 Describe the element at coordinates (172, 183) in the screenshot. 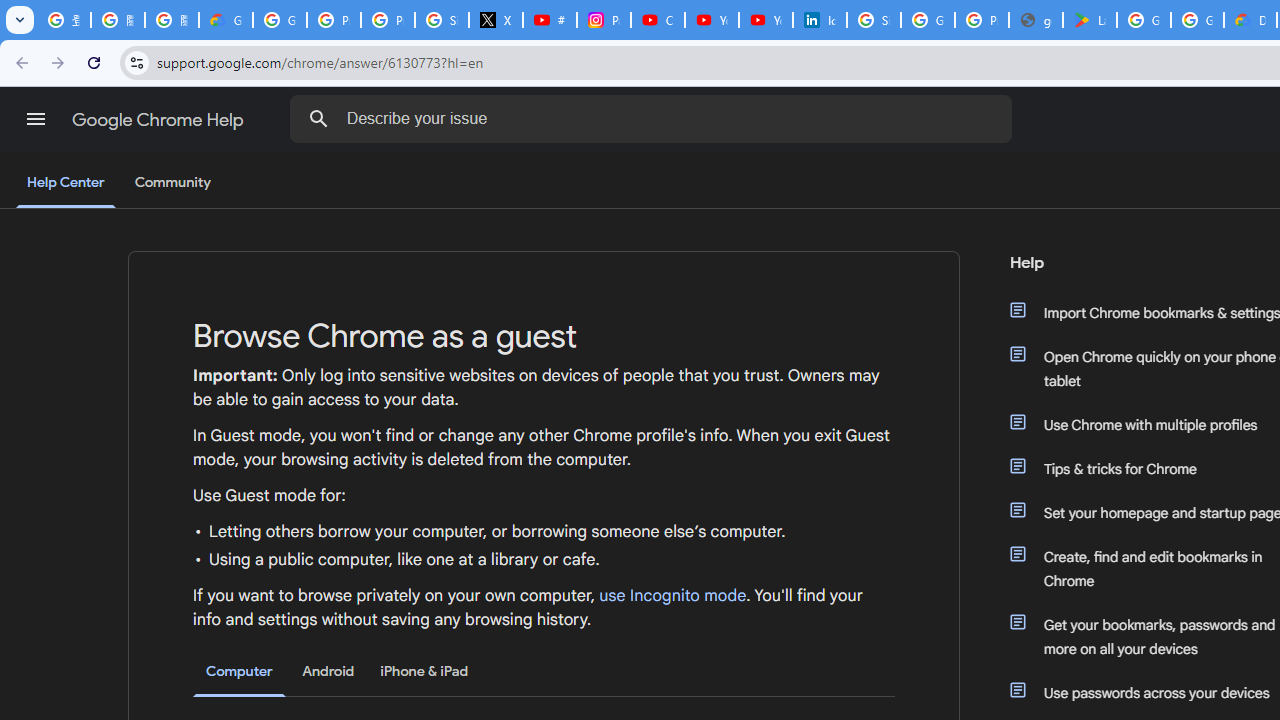

I see `'Community'` at that location.